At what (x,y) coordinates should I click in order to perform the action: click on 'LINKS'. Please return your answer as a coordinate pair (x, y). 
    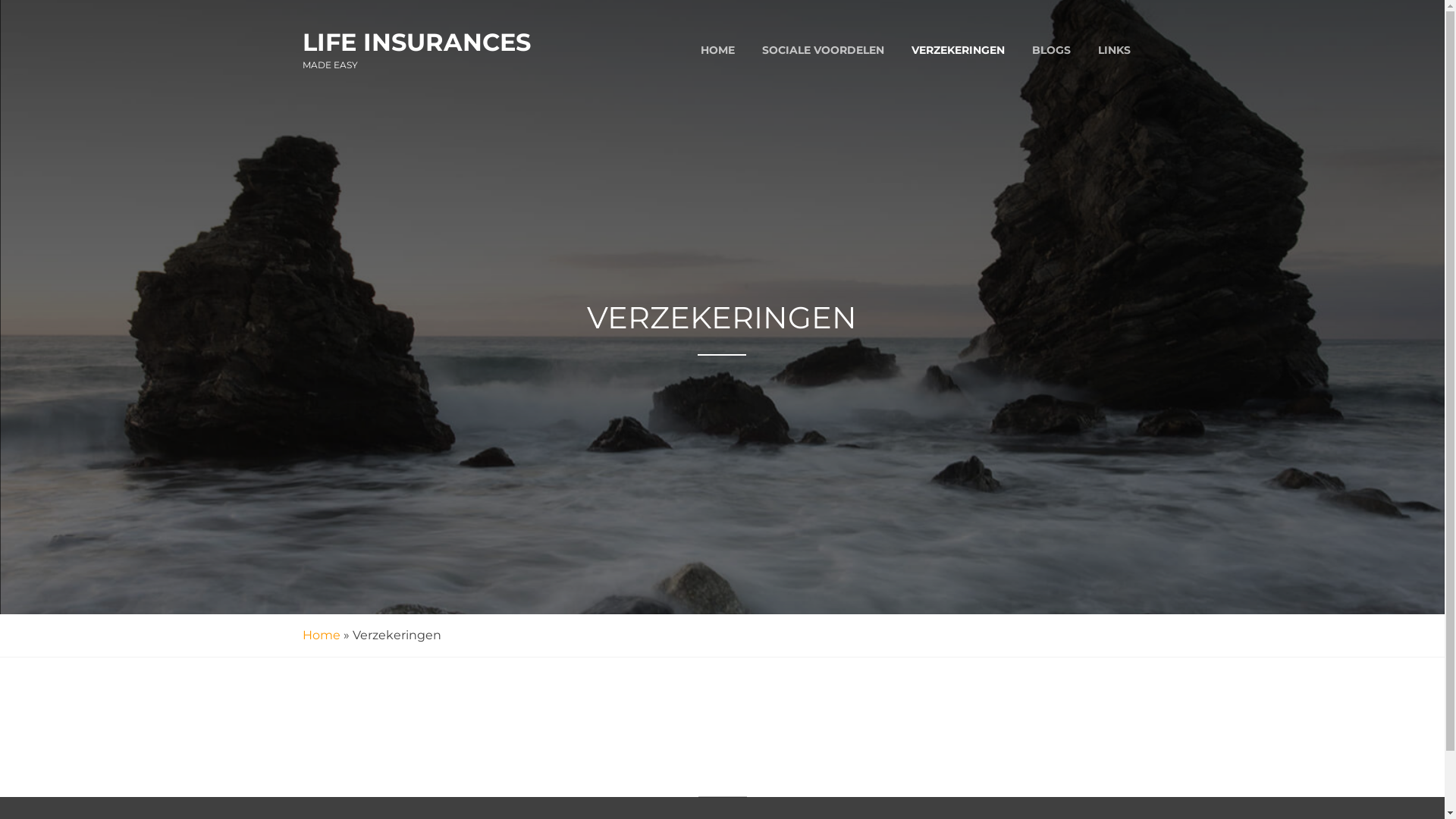
    Looking at the image, I should click on (1114, 49).